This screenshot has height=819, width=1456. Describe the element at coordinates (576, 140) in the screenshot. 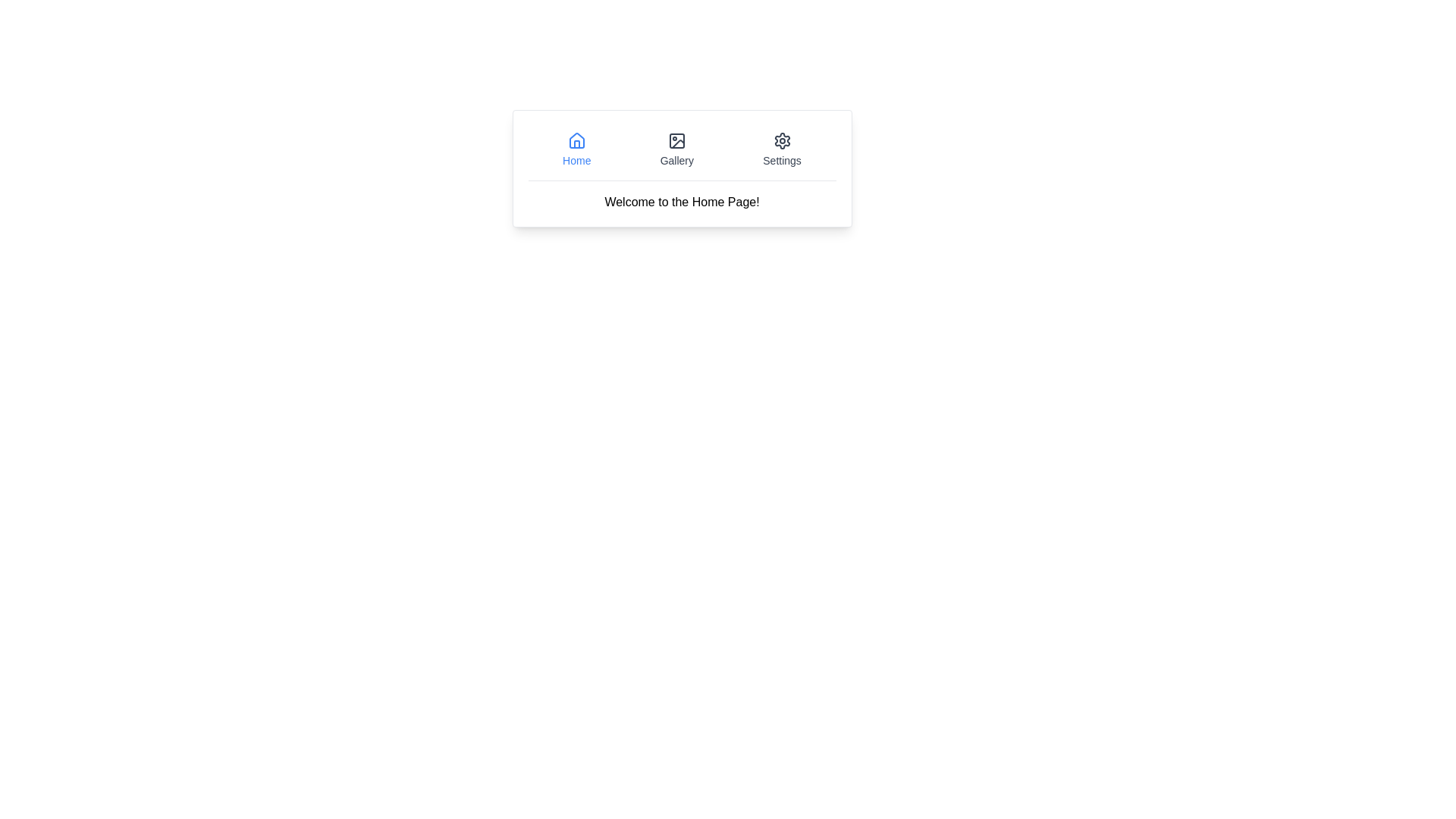

I see `the 'Home' icon located at the leftmost position among its siblings` at that location.